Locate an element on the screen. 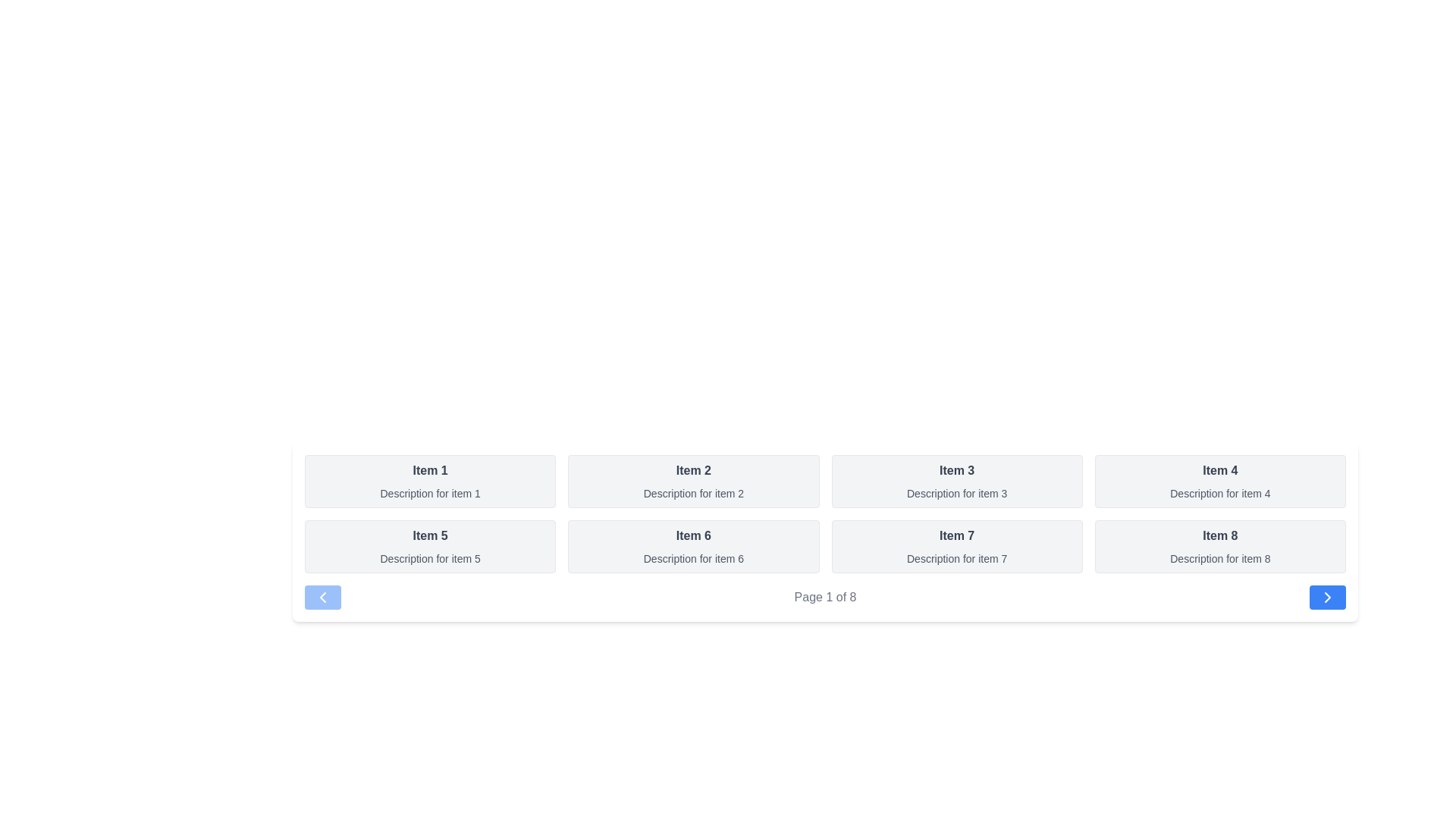 This screenshot has width=1456, height=819. the text label displaying 'Description for item 5', which is is located at coordinates (429, 558).